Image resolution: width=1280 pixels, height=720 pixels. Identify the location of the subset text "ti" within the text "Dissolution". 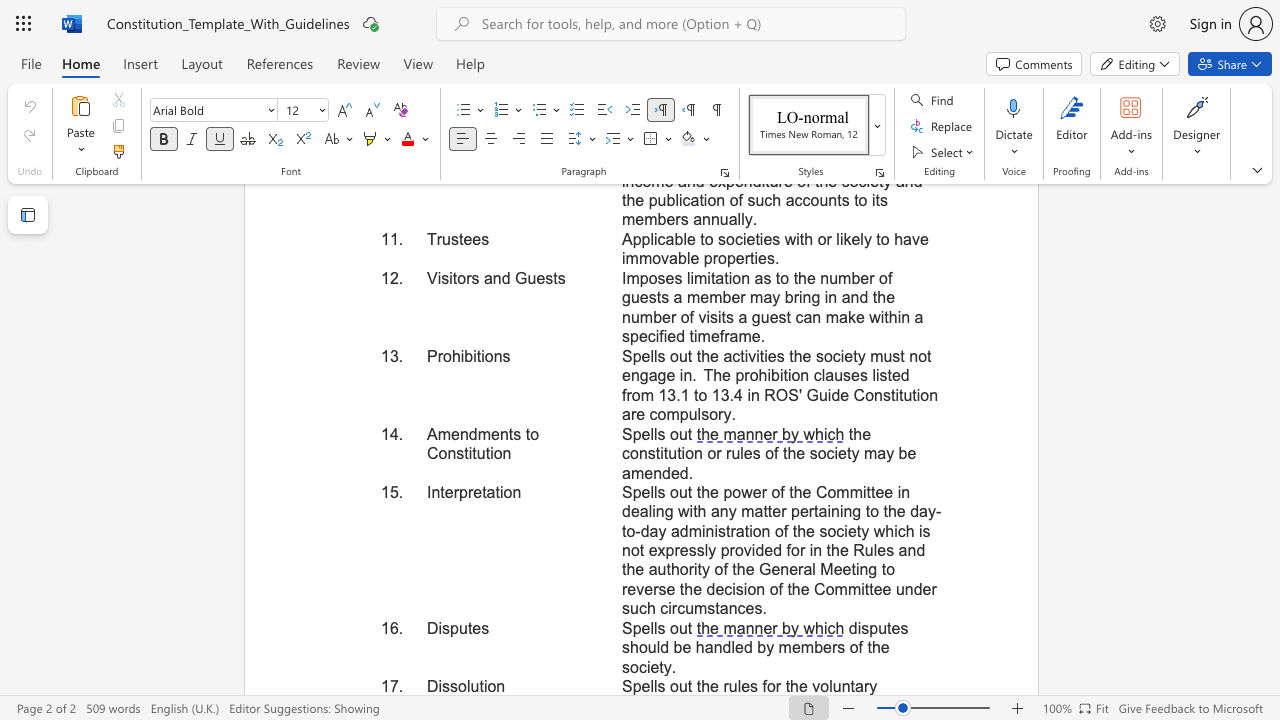
(478, 685).